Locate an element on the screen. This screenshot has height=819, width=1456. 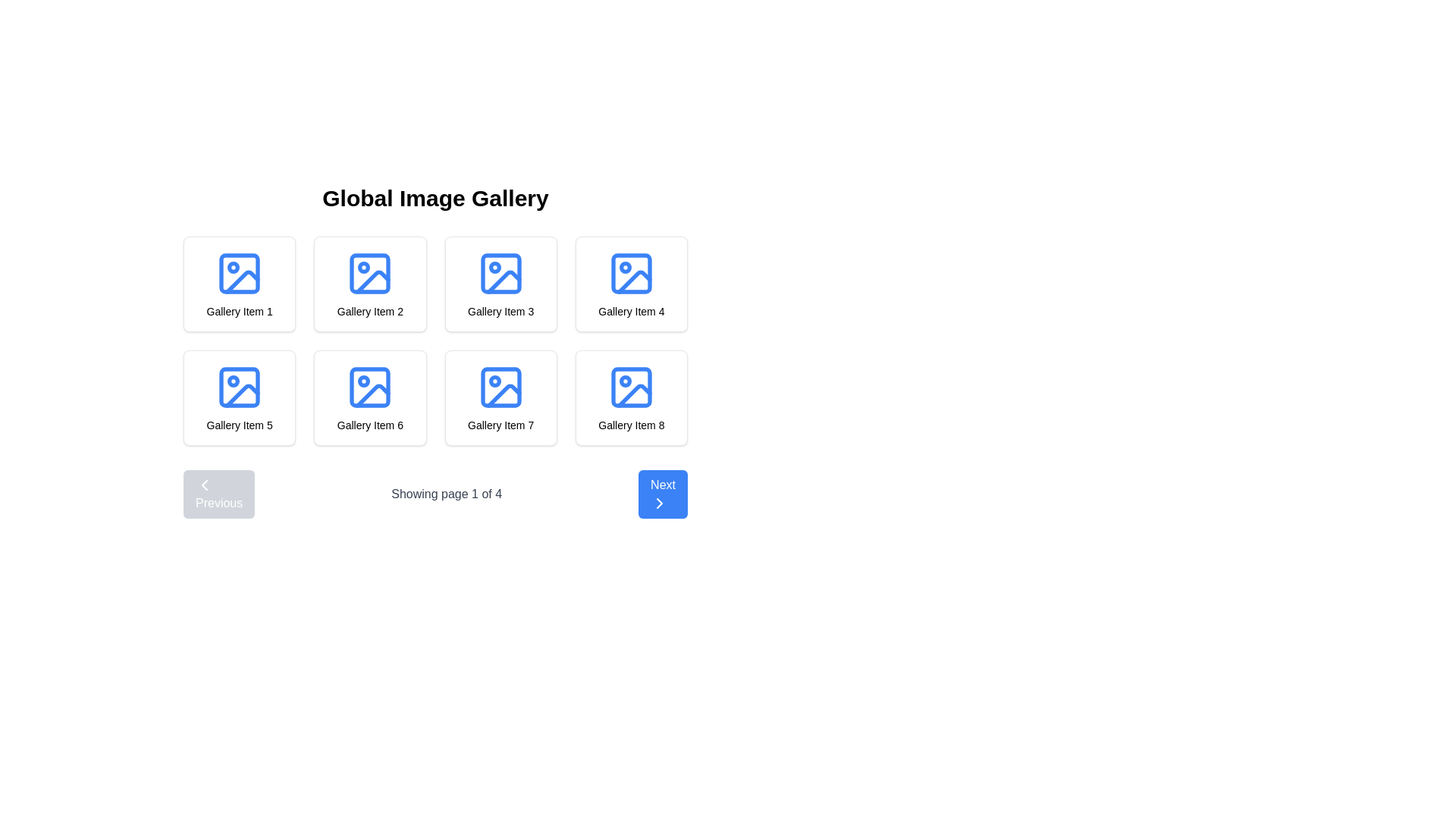
the navigation button located to the far right of the text 'Showing page 1 of 4' is located at coordinates (663, 494).